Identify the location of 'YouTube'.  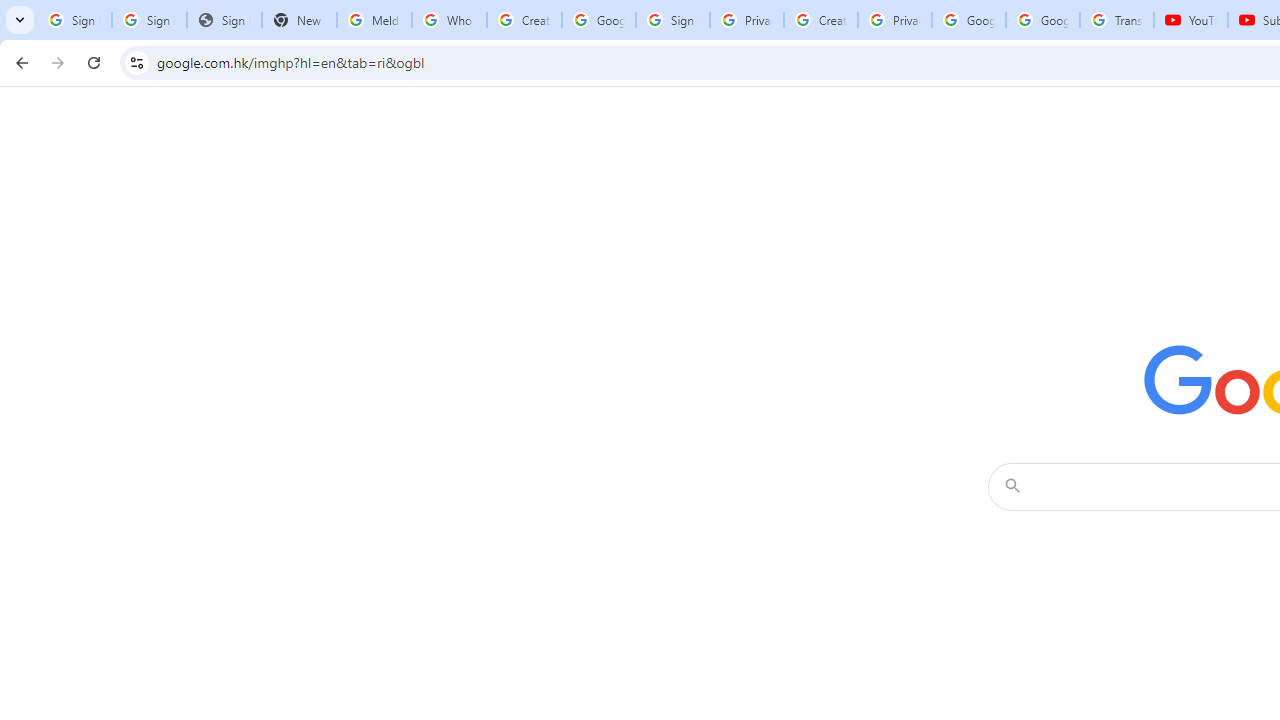
(1191, 20).